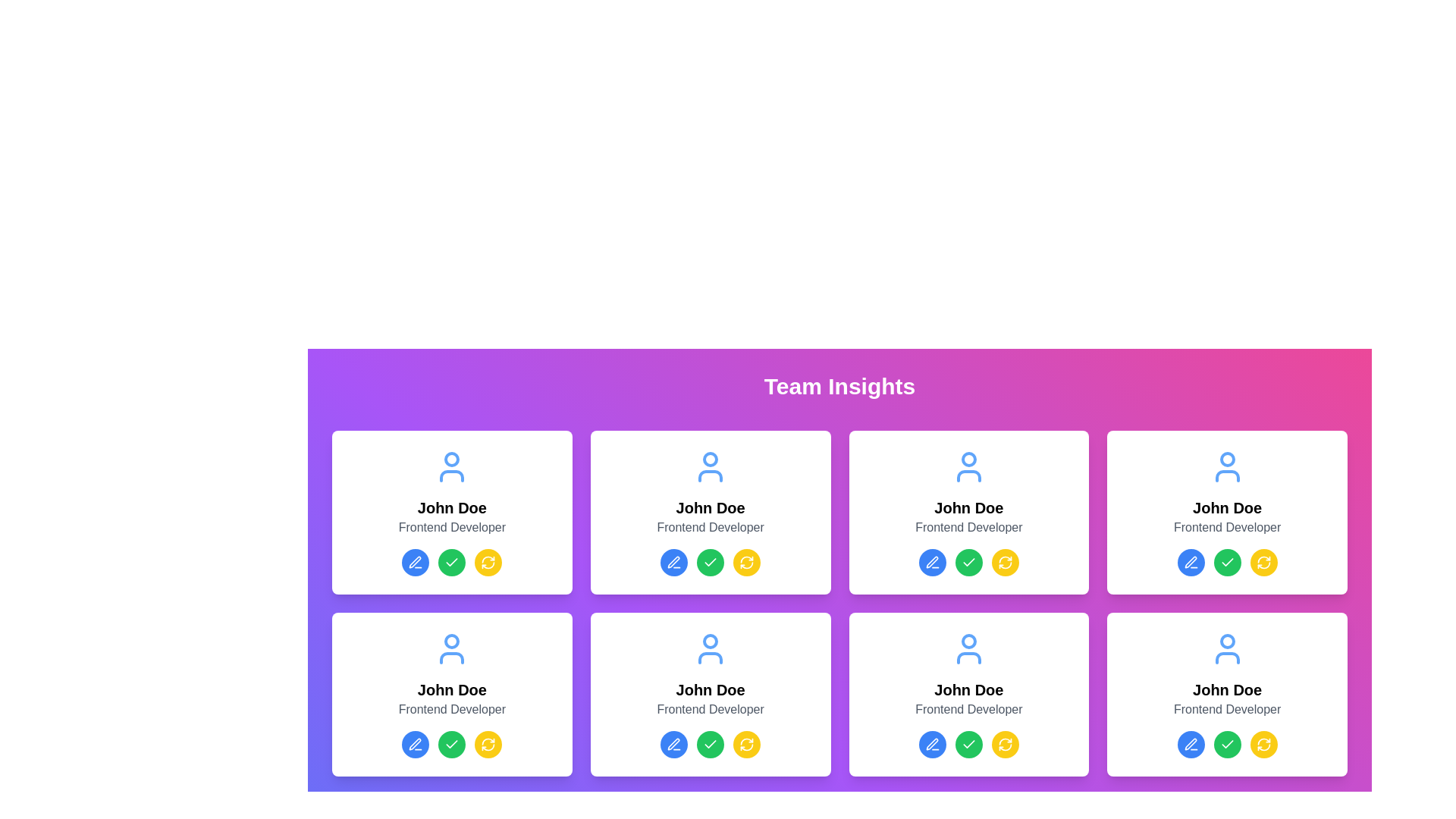 The image size is (1456, 819). I want to click on the text display element showing 'Frontend Developer', which is located below the name 'John Doe' in a card-like structure, so click(1227, 526).